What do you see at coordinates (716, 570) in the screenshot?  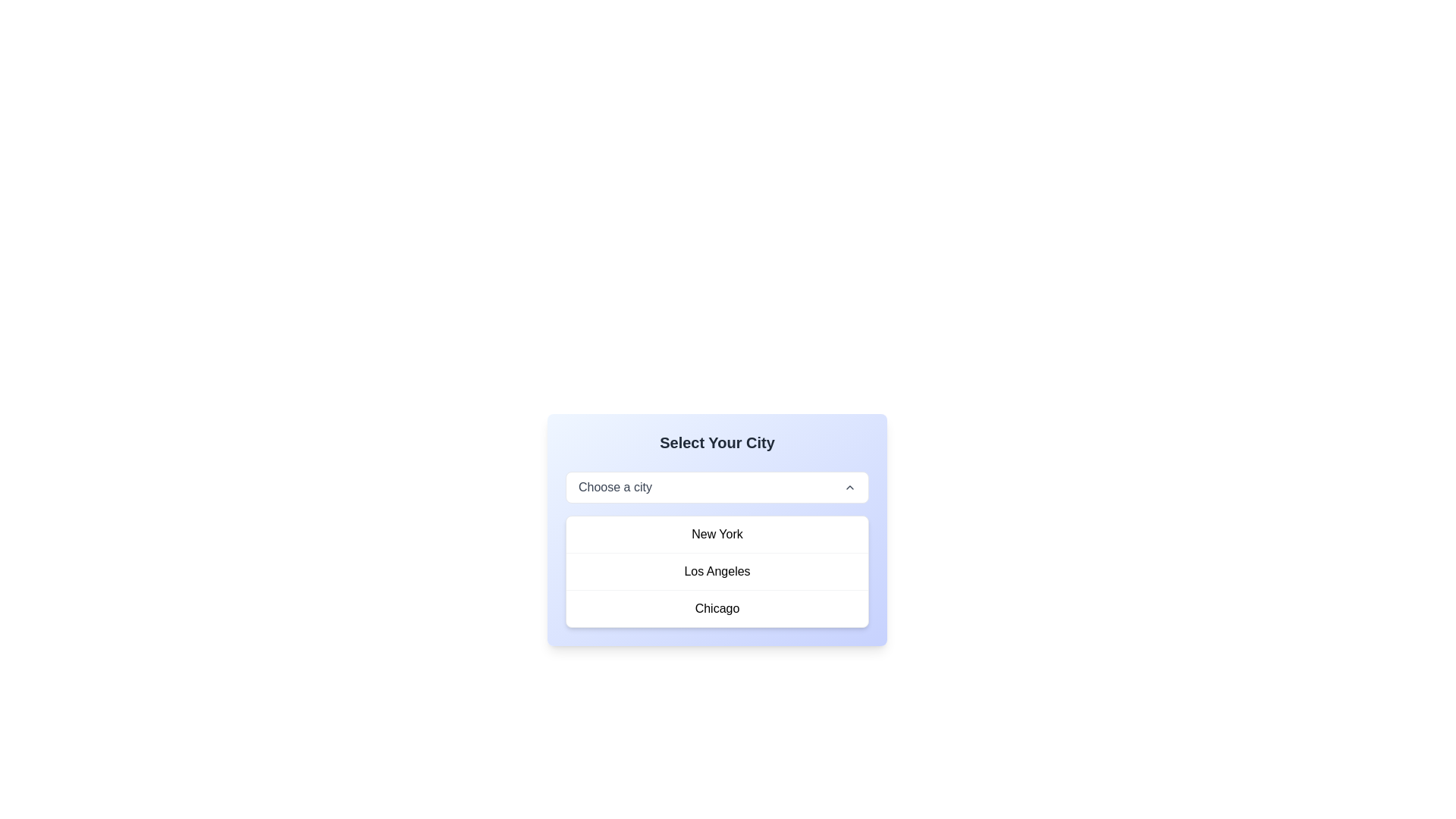 I see `the text-based selectable list item labeled 'Los Angeles' in the dropdown menu` at bounding box center [716, 570].